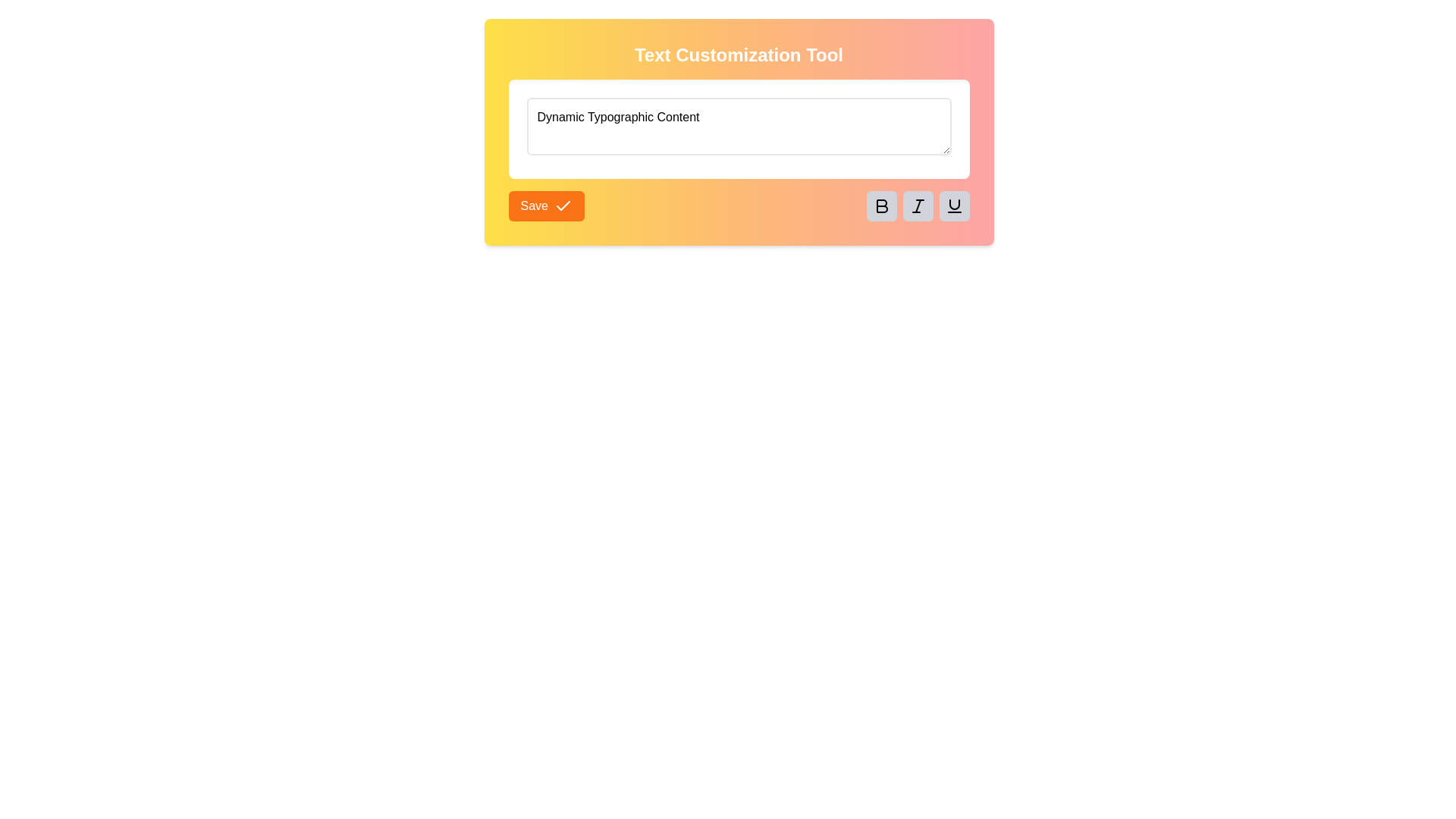 This screenshot has height=819, width=1456. What do you see at coordinates (917, 206) in the screenshot?
I see `the italic toggle button, which is the second button ('I') from the left in a group of formatting buttons below the input area` at bounding box center [917, 206].